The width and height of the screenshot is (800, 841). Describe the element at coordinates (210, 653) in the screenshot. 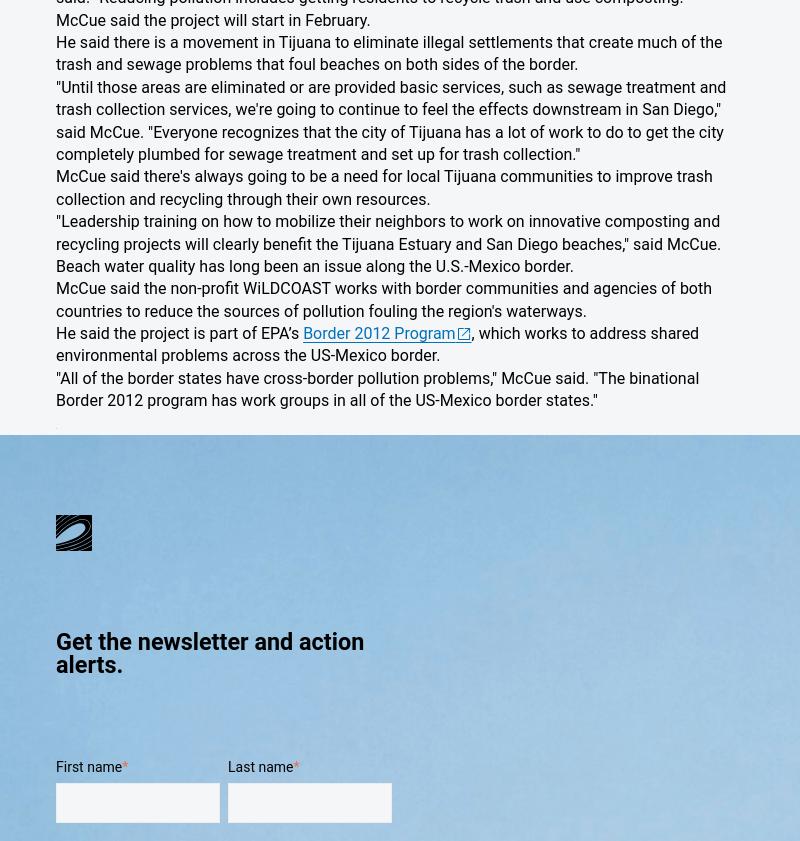

I see `'Get the newsletter and action alerts.'` at that location.